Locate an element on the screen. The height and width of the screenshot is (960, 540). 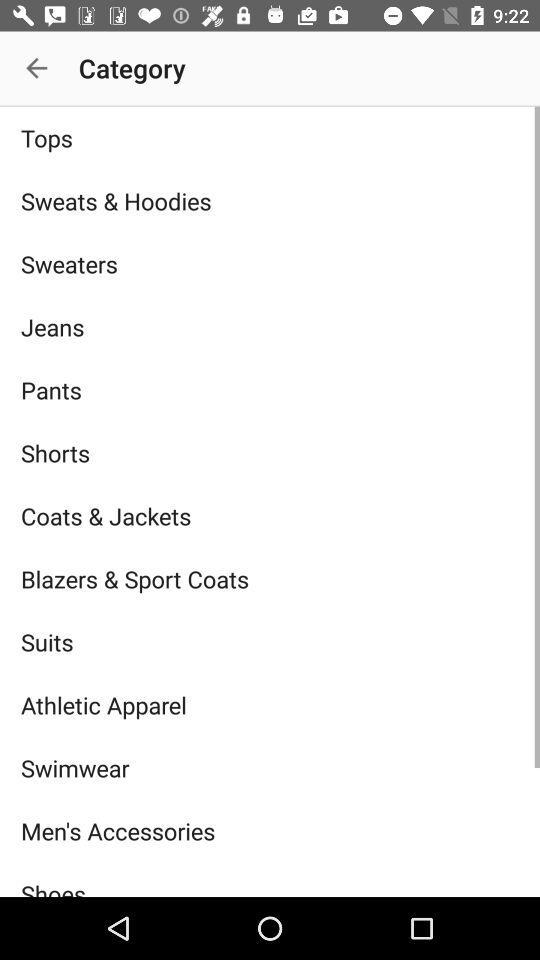
the item above shoes is located at coordinates (270, 831).